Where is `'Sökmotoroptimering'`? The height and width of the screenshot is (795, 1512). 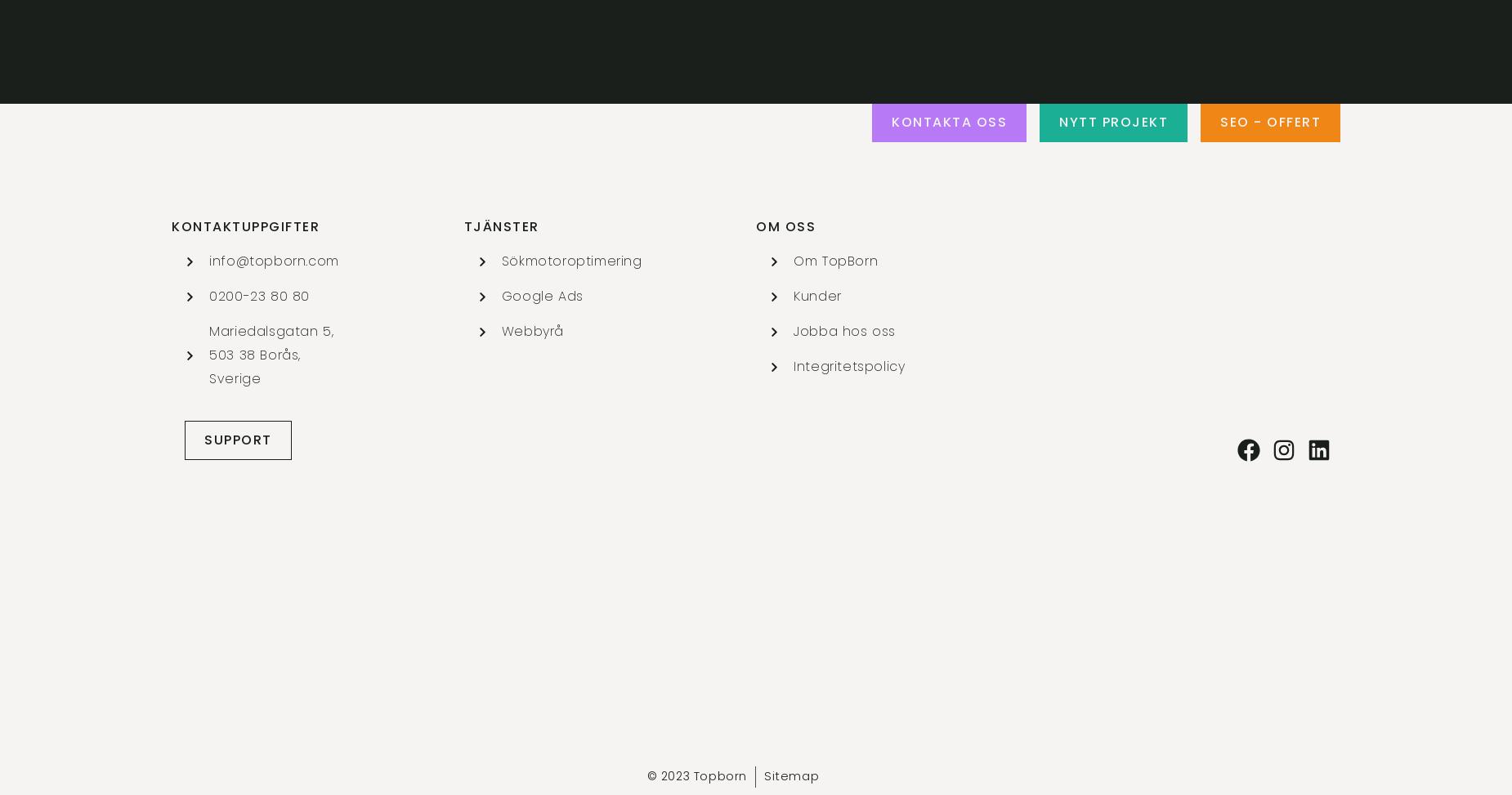 'Sökmotoroptimering' is located at coordinates (570, 261).